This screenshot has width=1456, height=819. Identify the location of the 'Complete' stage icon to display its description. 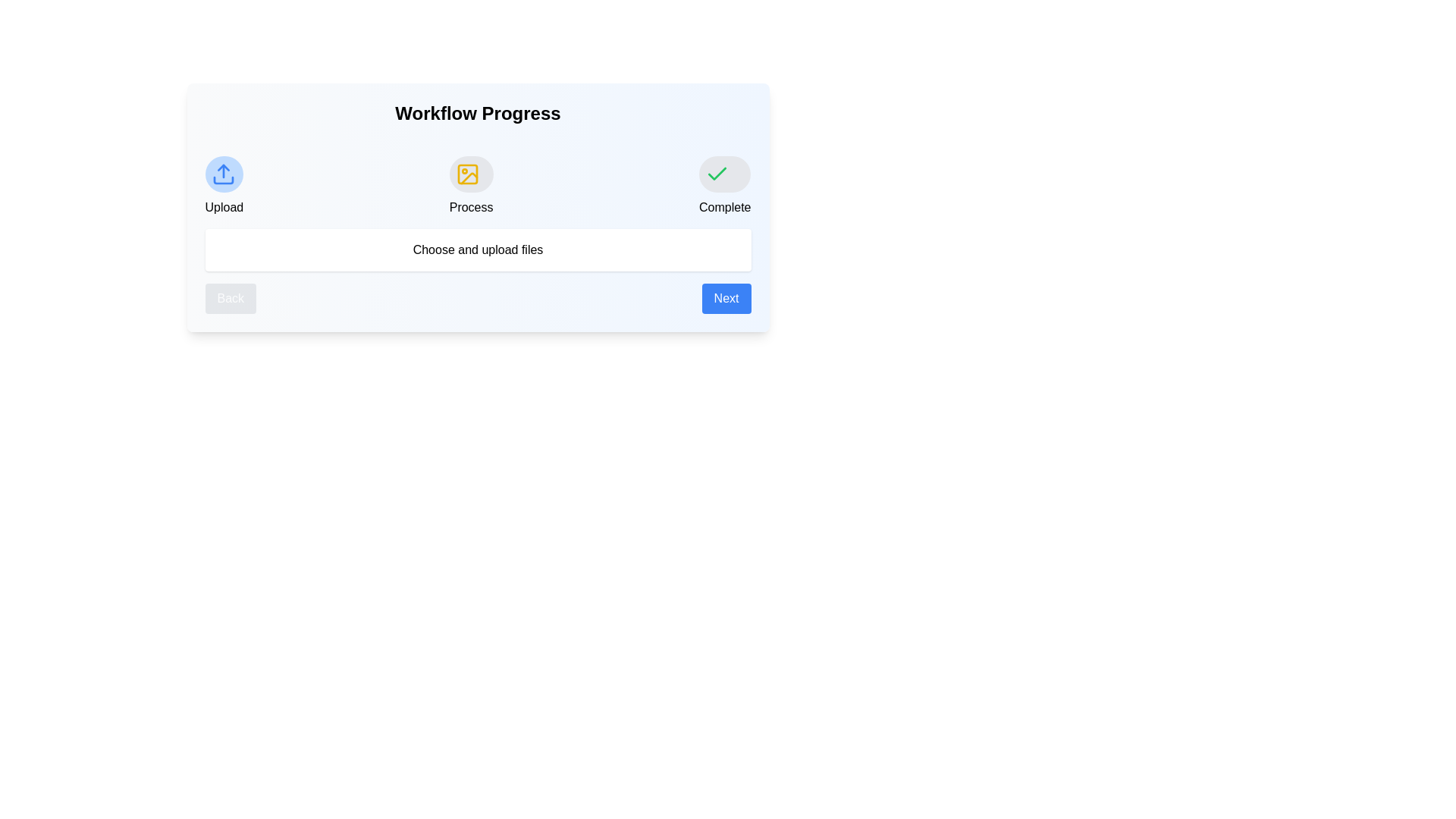
(723, 174).